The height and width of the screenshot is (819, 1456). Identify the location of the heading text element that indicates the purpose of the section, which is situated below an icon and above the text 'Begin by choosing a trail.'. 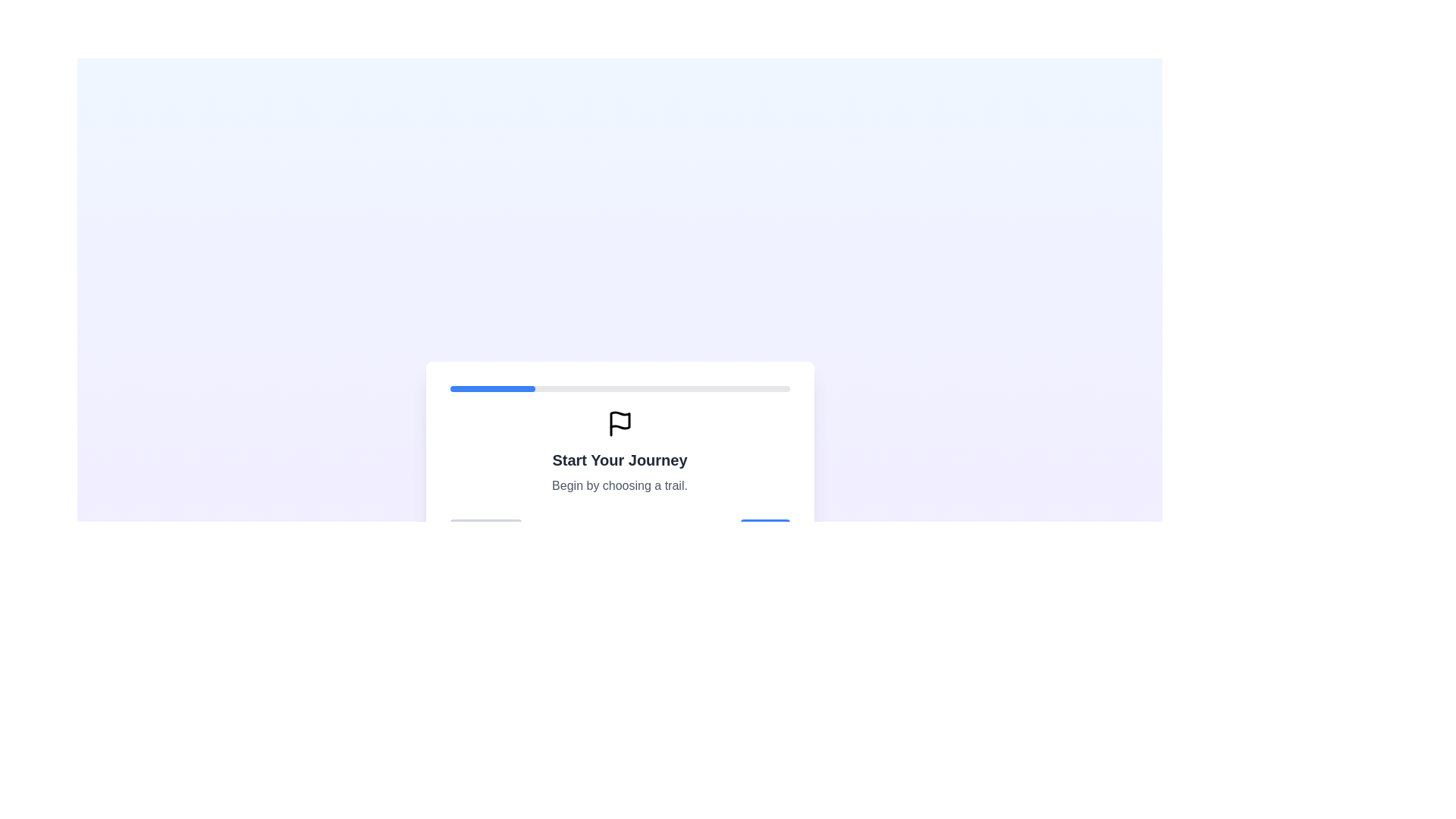
(620, 459).